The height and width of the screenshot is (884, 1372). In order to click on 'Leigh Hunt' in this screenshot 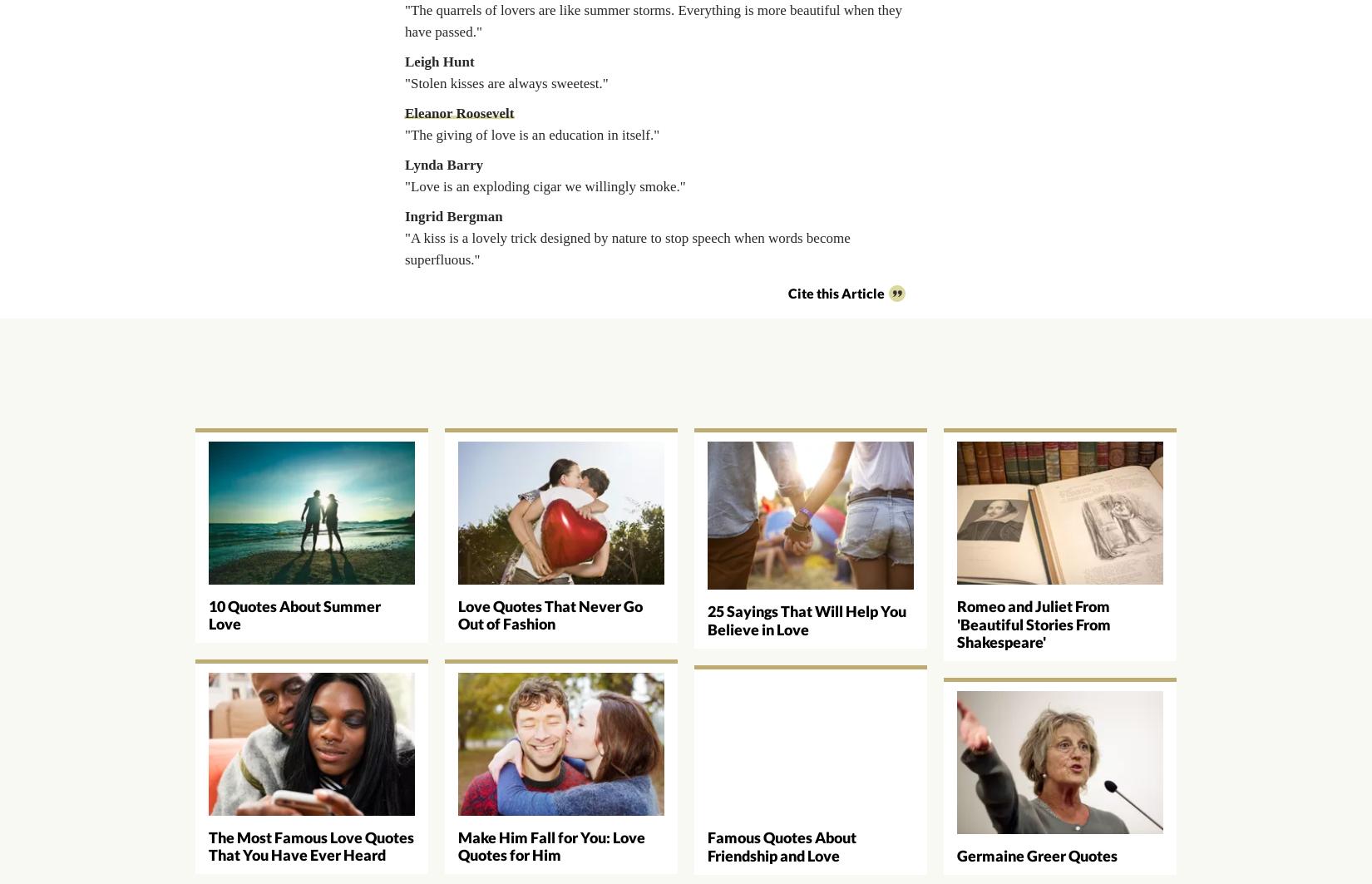, I will do `click(404, 62)`.